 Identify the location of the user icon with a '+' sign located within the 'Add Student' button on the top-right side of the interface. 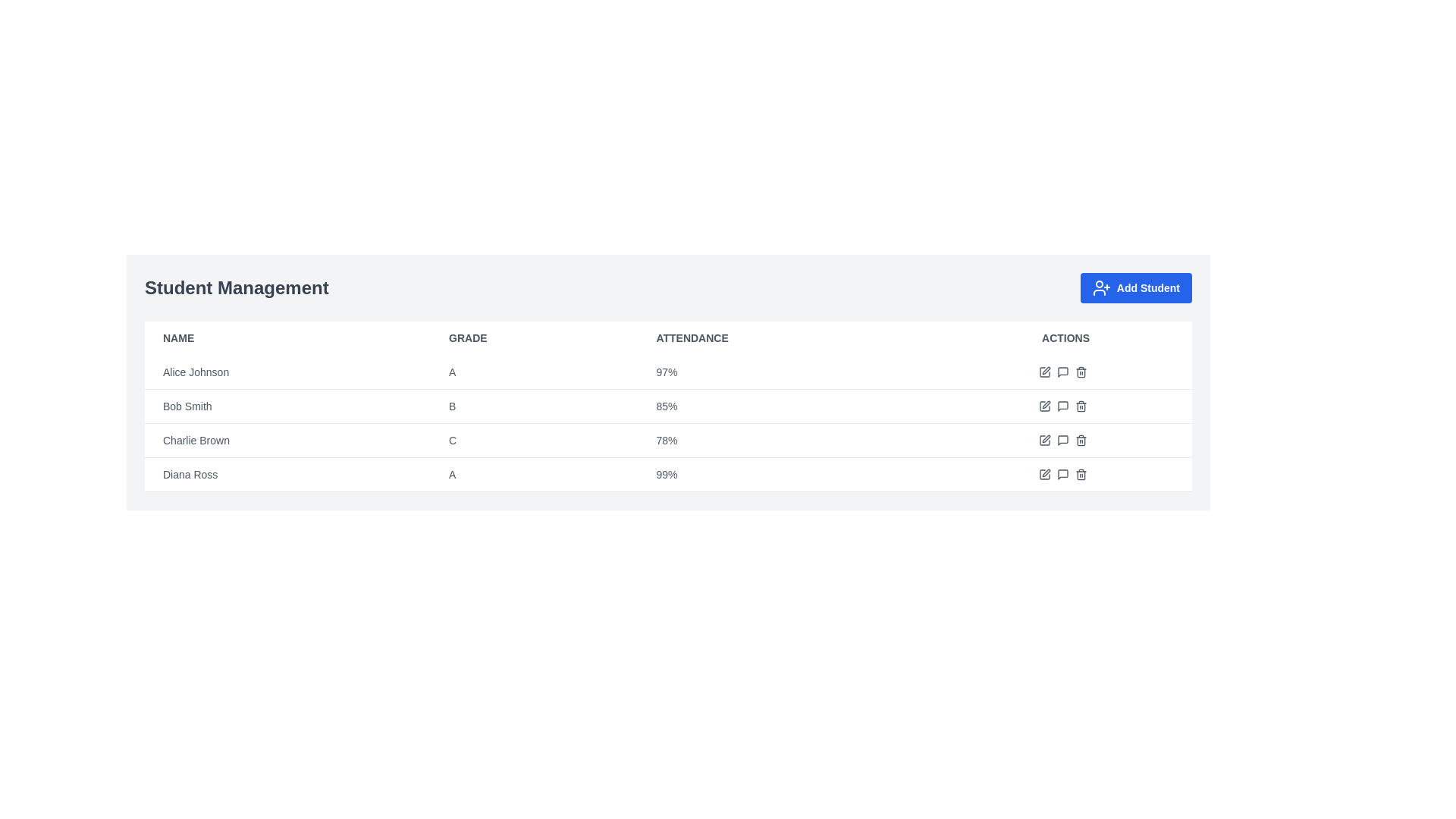
(1101, 288).